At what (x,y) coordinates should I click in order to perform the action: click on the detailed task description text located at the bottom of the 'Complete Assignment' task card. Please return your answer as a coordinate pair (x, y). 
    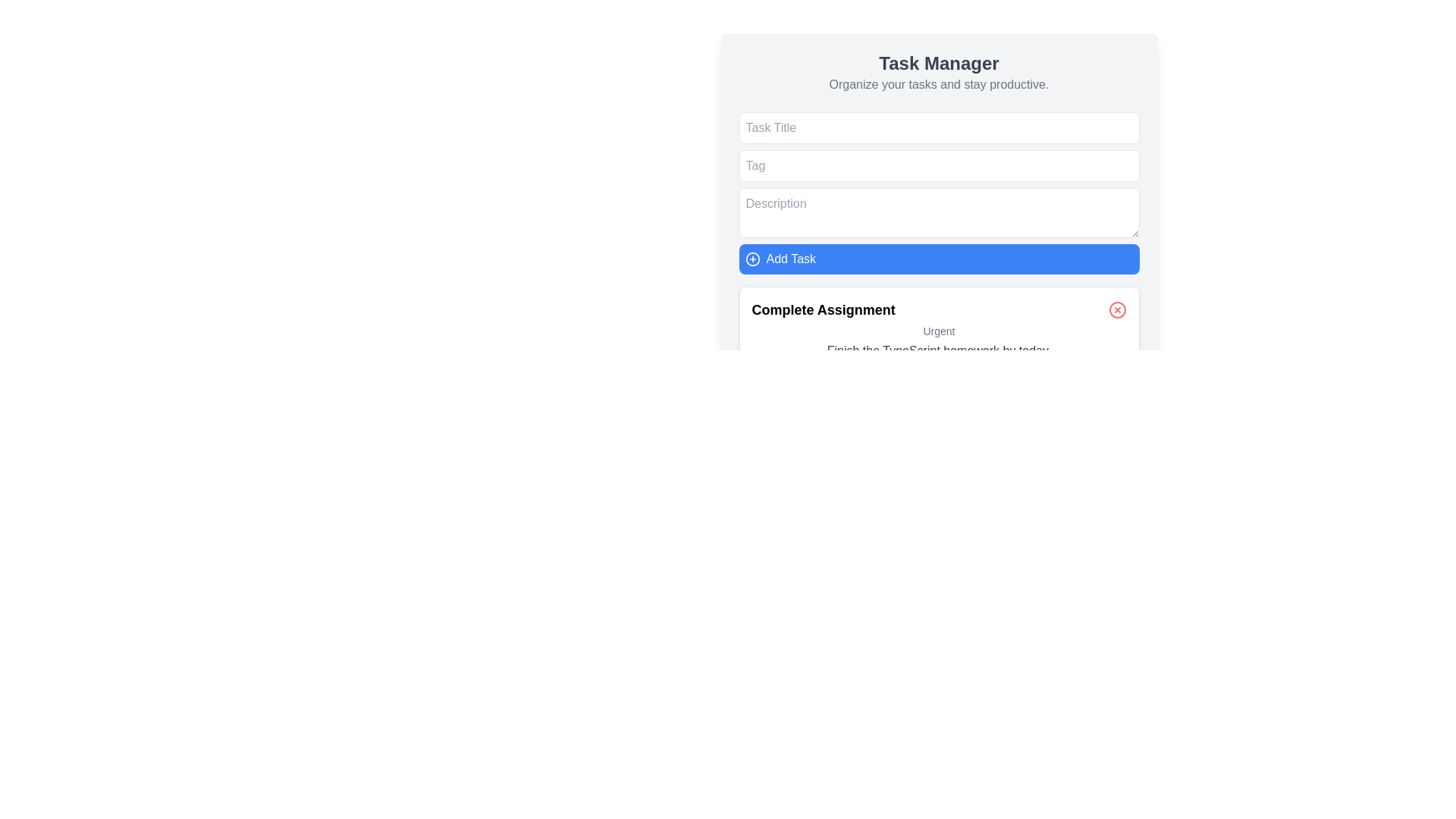
    Looking at the image, I should click on (938, 350).